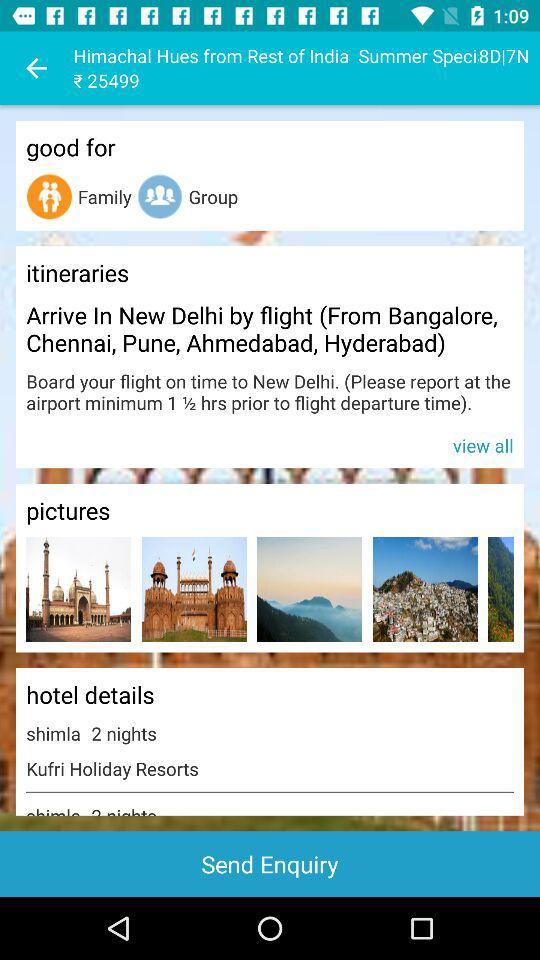 This screenshot has height=960, width=540. I want to click on view all item, so click(270, 444).